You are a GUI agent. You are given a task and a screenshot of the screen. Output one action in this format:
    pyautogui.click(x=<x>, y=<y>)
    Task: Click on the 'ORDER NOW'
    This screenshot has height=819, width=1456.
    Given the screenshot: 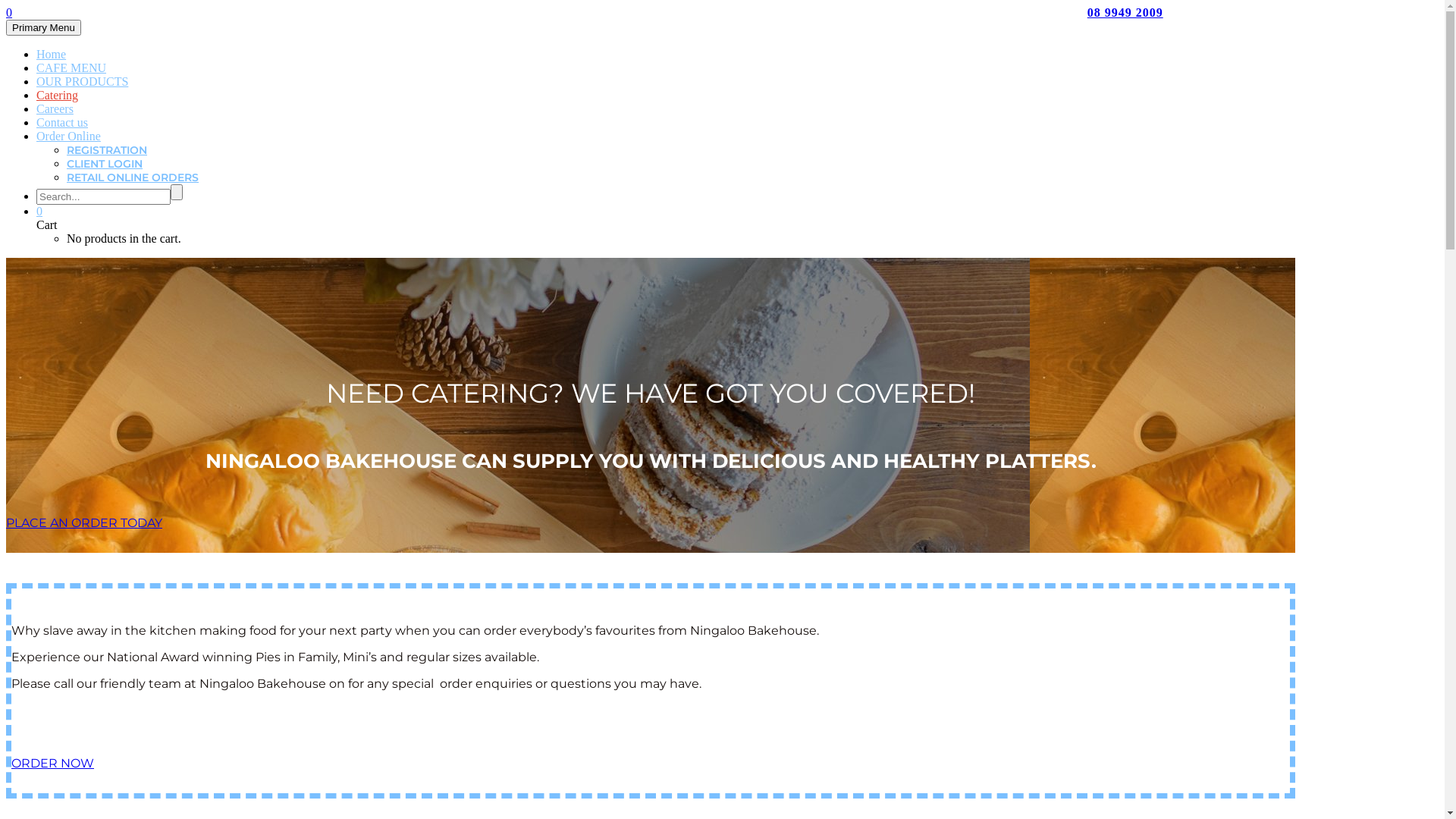 What is the action you would take?
    pyautogui.click(x=52, y=763)
    